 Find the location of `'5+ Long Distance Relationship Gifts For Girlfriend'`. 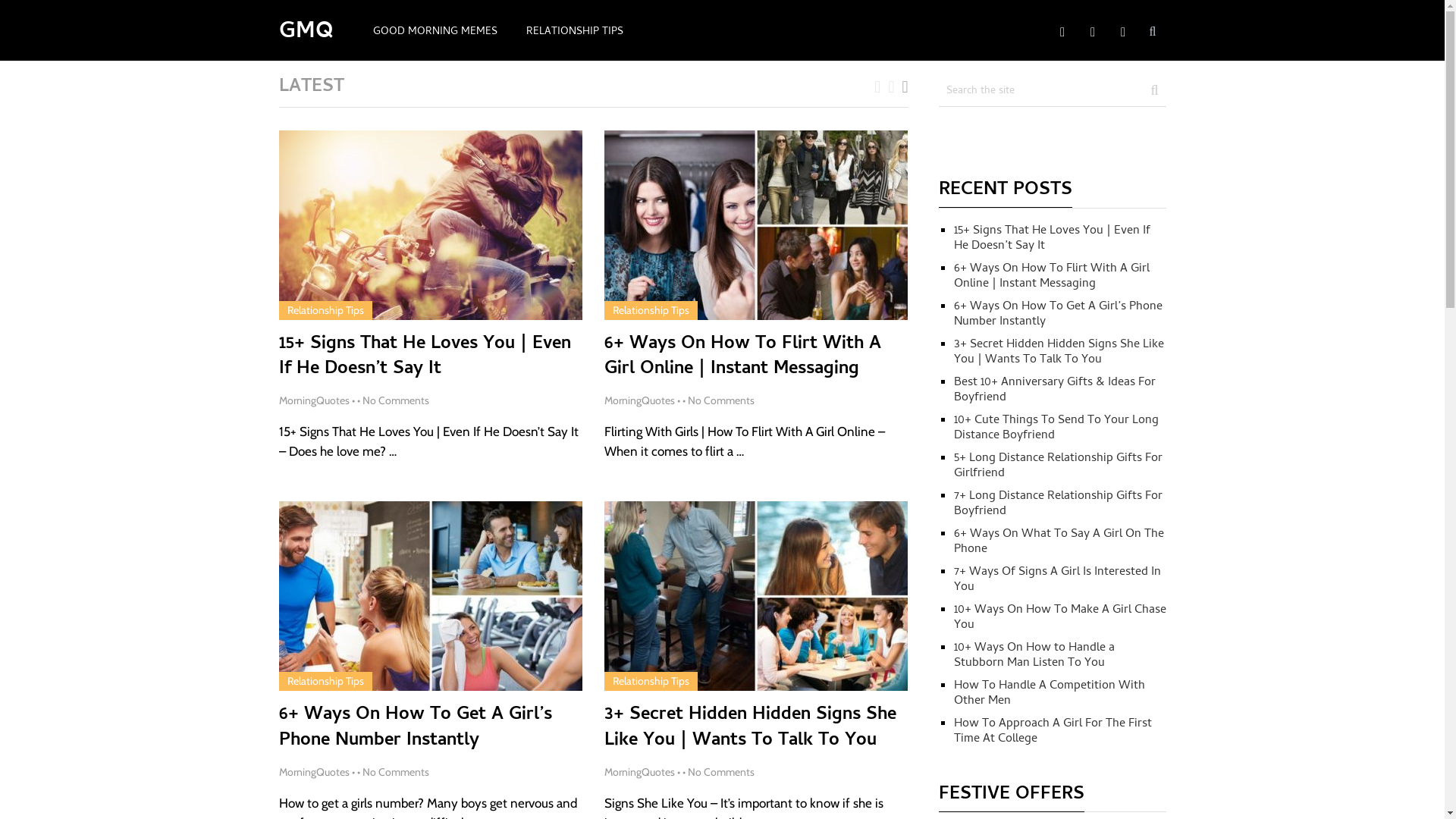

'5+ Long Distance Relationship Gifts For Girlfriend' is located at coordinates (952, 465).